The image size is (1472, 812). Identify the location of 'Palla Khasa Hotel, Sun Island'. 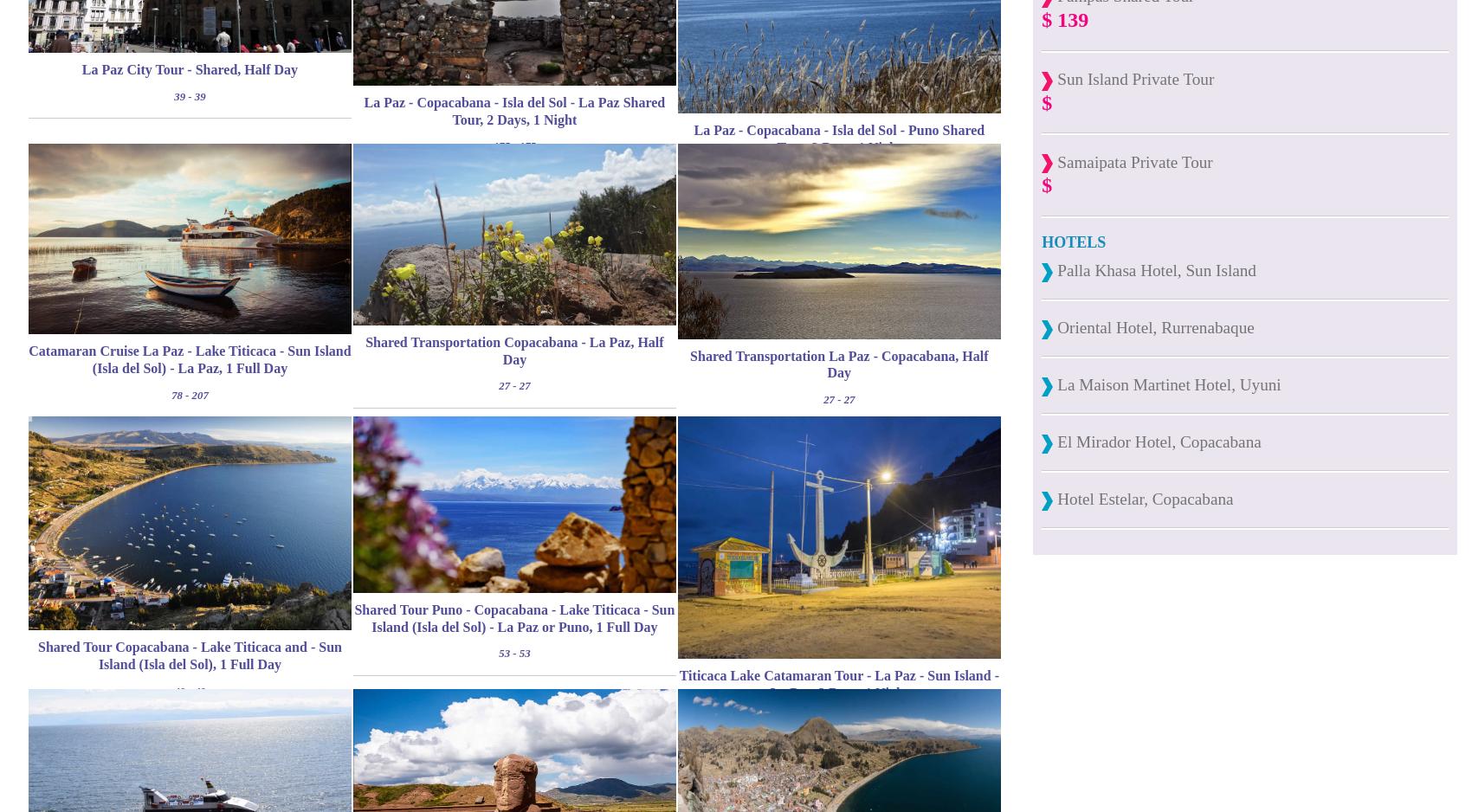
(1153, 269).